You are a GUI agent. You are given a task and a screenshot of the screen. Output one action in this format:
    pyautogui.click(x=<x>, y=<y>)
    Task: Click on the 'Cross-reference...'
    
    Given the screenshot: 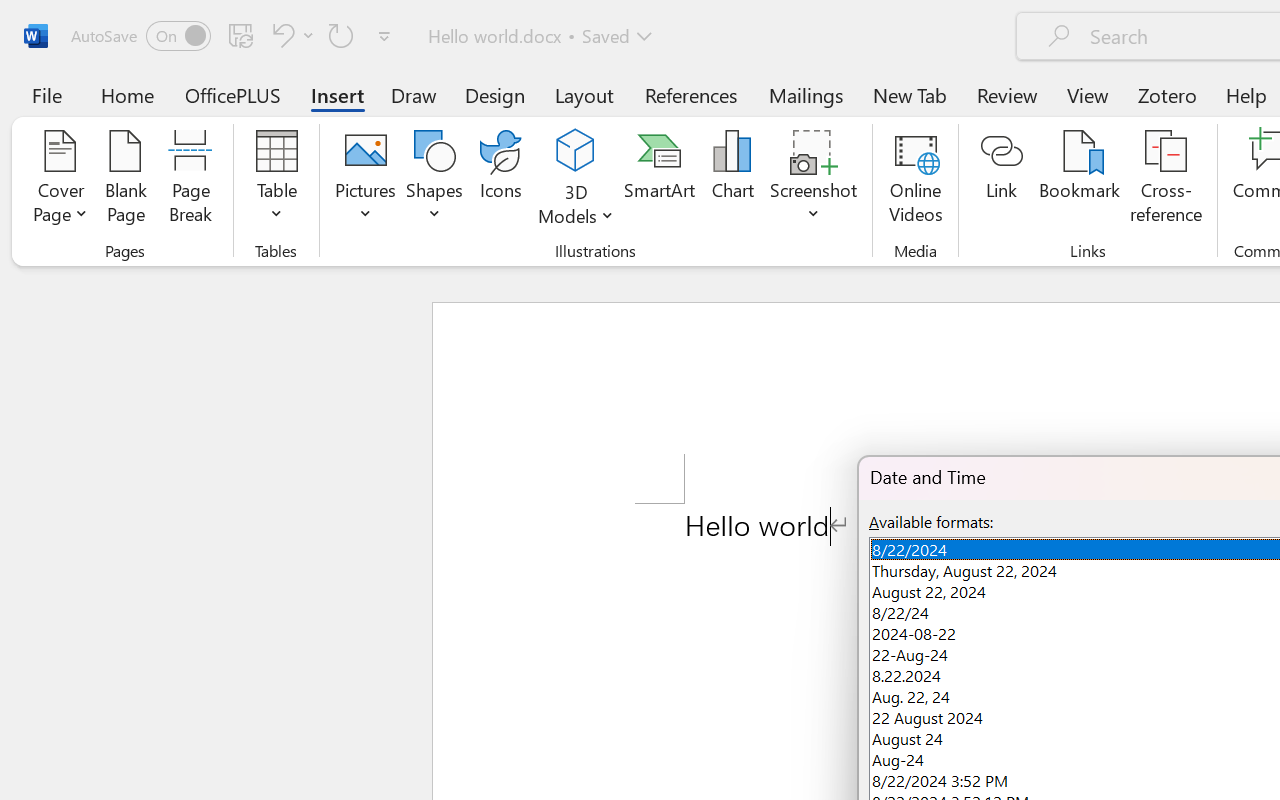 What is the action you would take?
    pyautogui.click(x=1166, y=179)
    